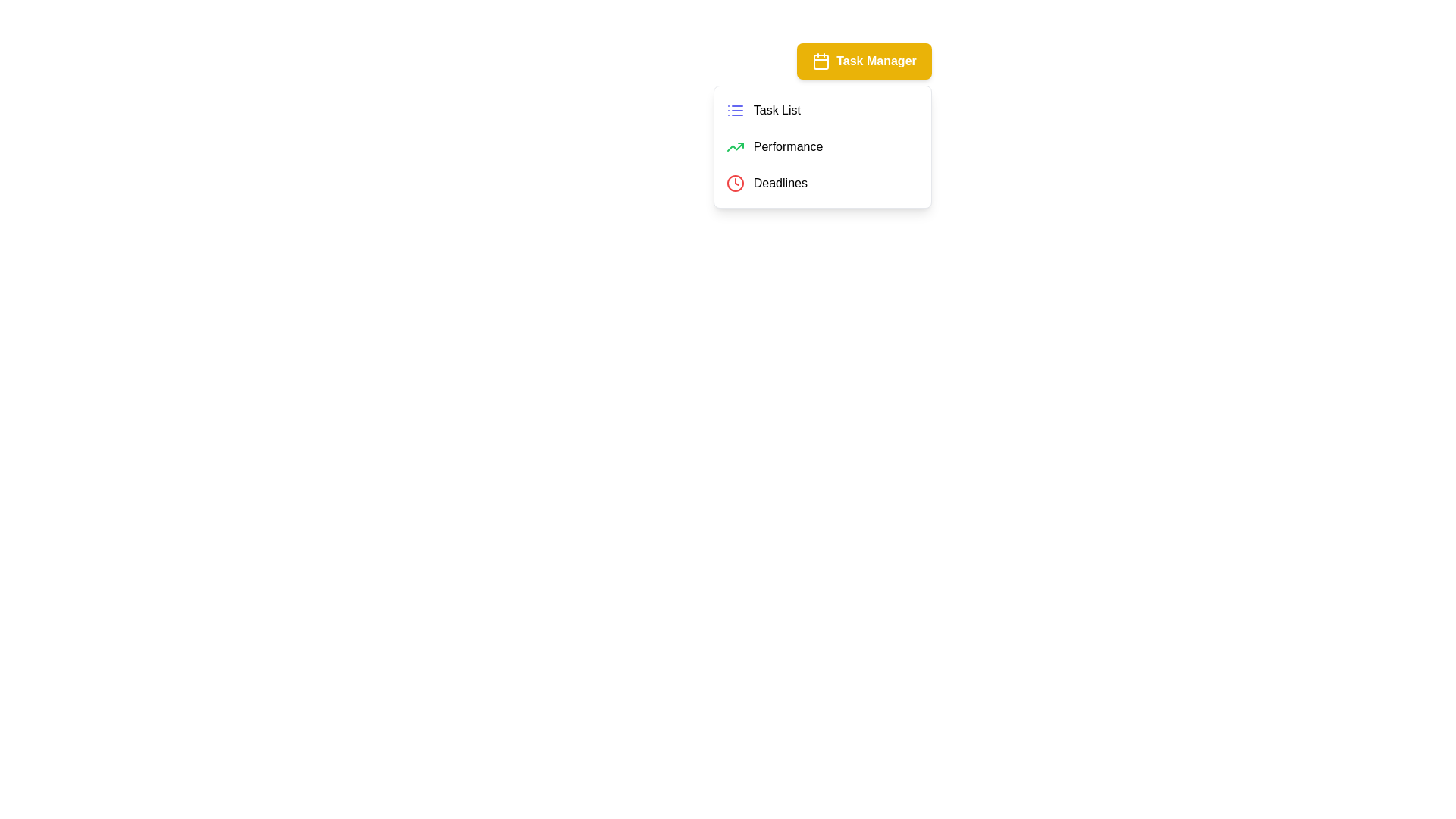  I want to click on the Task List icon in the Task Management Menu, so click(735, 110).